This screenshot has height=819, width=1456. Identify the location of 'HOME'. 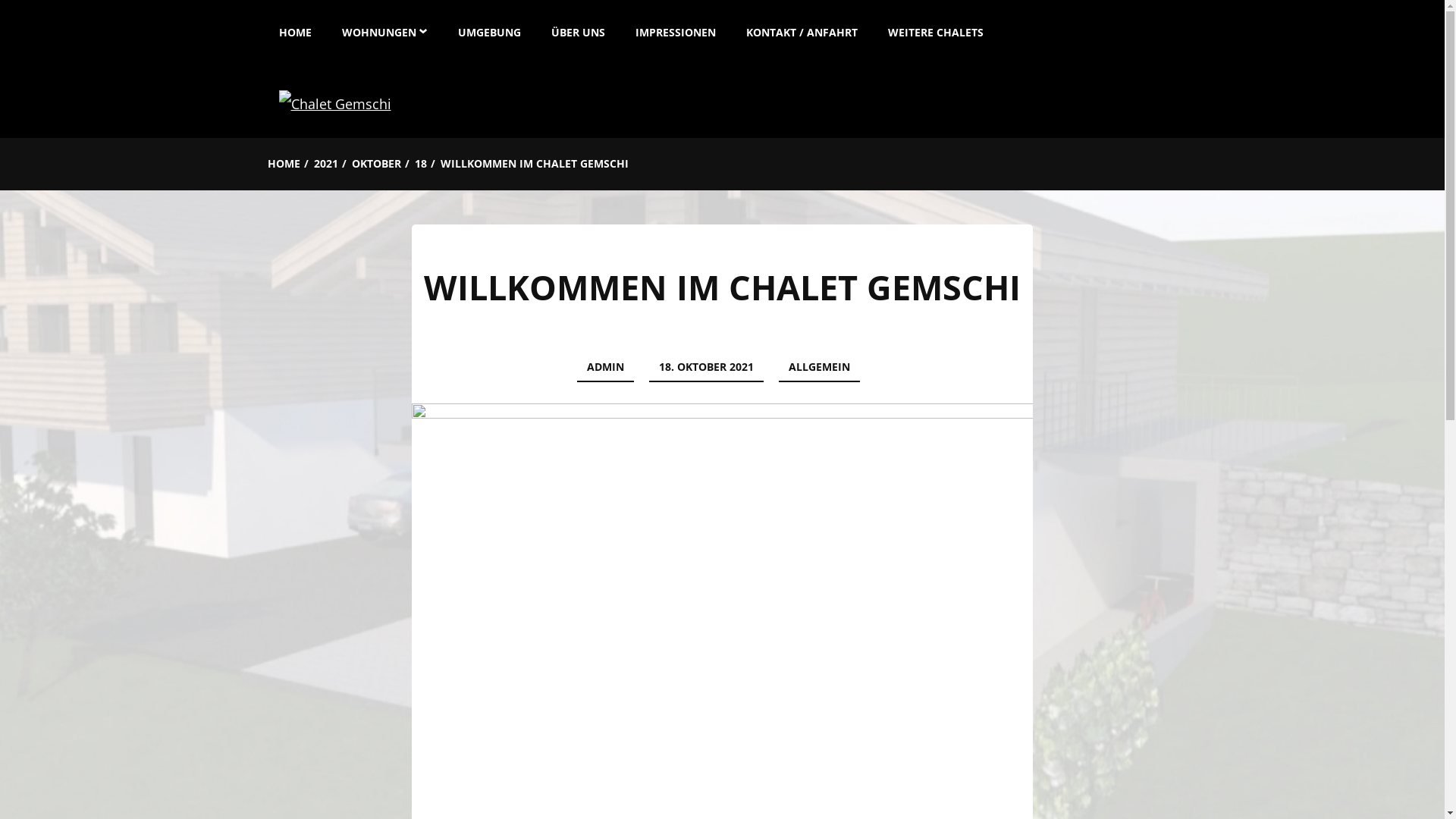
(303, 29).